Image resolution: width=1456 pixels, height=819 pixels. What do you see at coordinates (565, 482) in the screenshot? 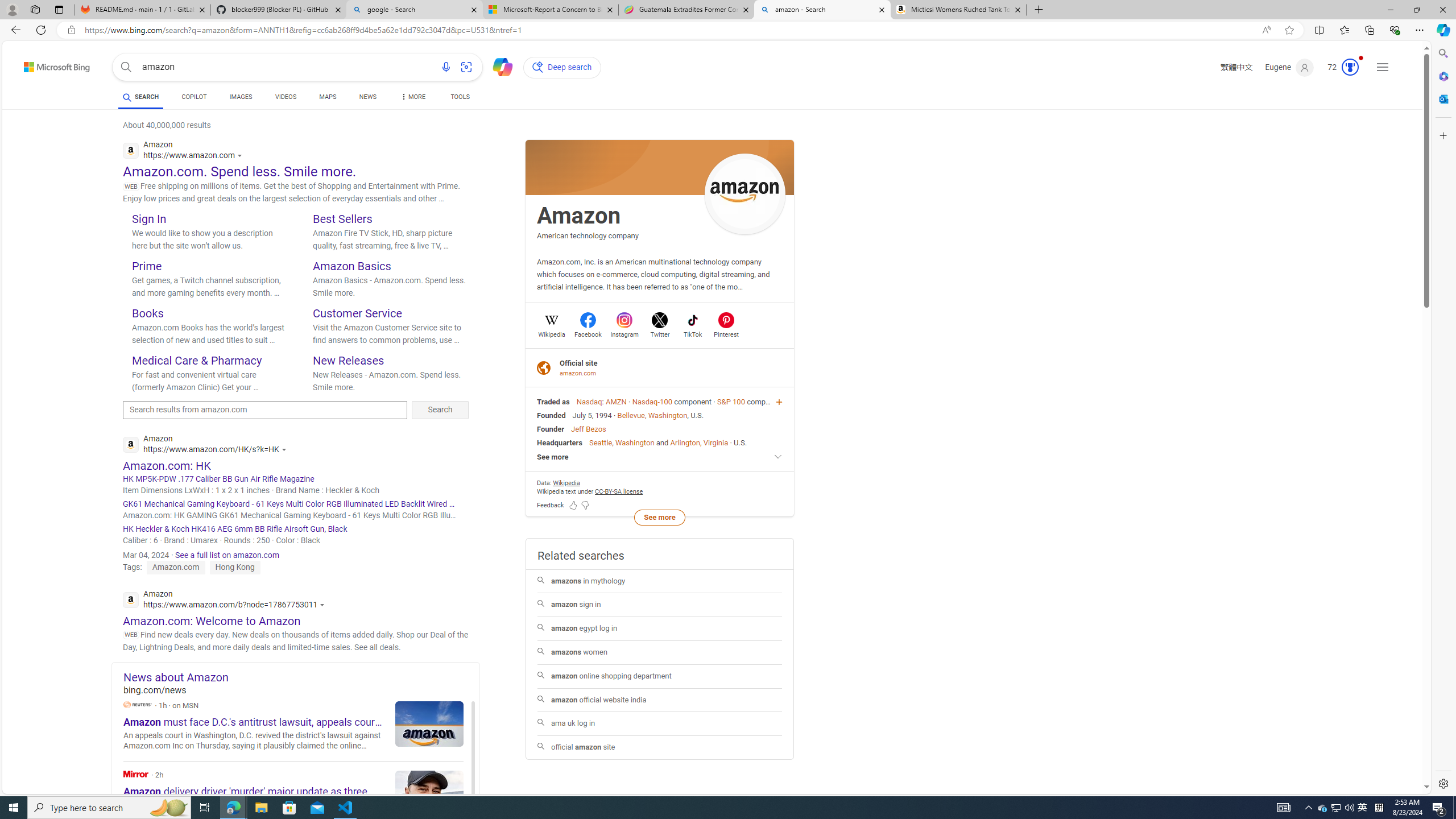
I see `'Data attribution Wikipedia'` at bounding box center [565, 482].